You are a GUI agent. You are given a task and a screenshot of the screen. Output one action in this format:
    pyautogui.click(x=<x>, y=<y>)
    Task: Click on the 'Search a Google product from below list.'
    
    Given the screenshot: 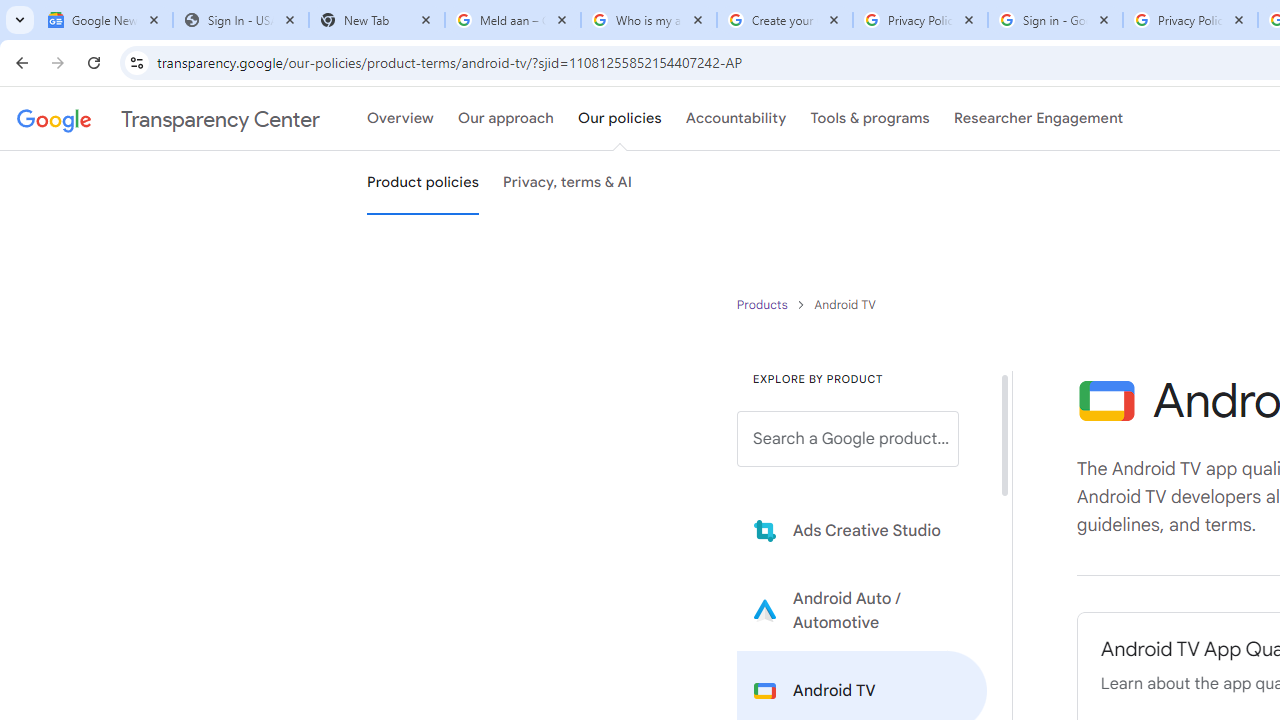 What is the action you would take?
    pyautogui.click(x=848, y=438)
    